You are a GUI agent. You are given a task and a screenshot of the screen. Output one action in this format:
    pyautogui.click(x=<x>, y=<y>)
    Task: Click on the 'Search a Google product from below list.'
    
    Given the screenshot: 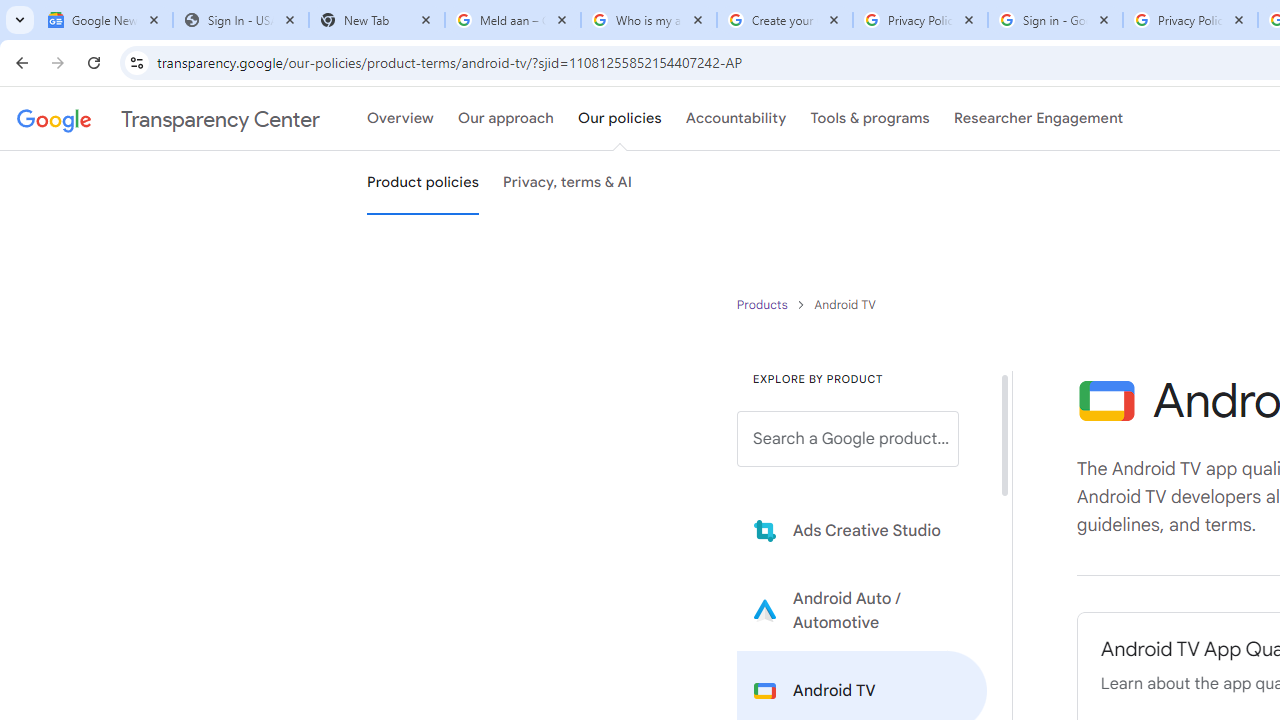 What is the action you would take?
    pyautogui.click(x=848, y=438)
    